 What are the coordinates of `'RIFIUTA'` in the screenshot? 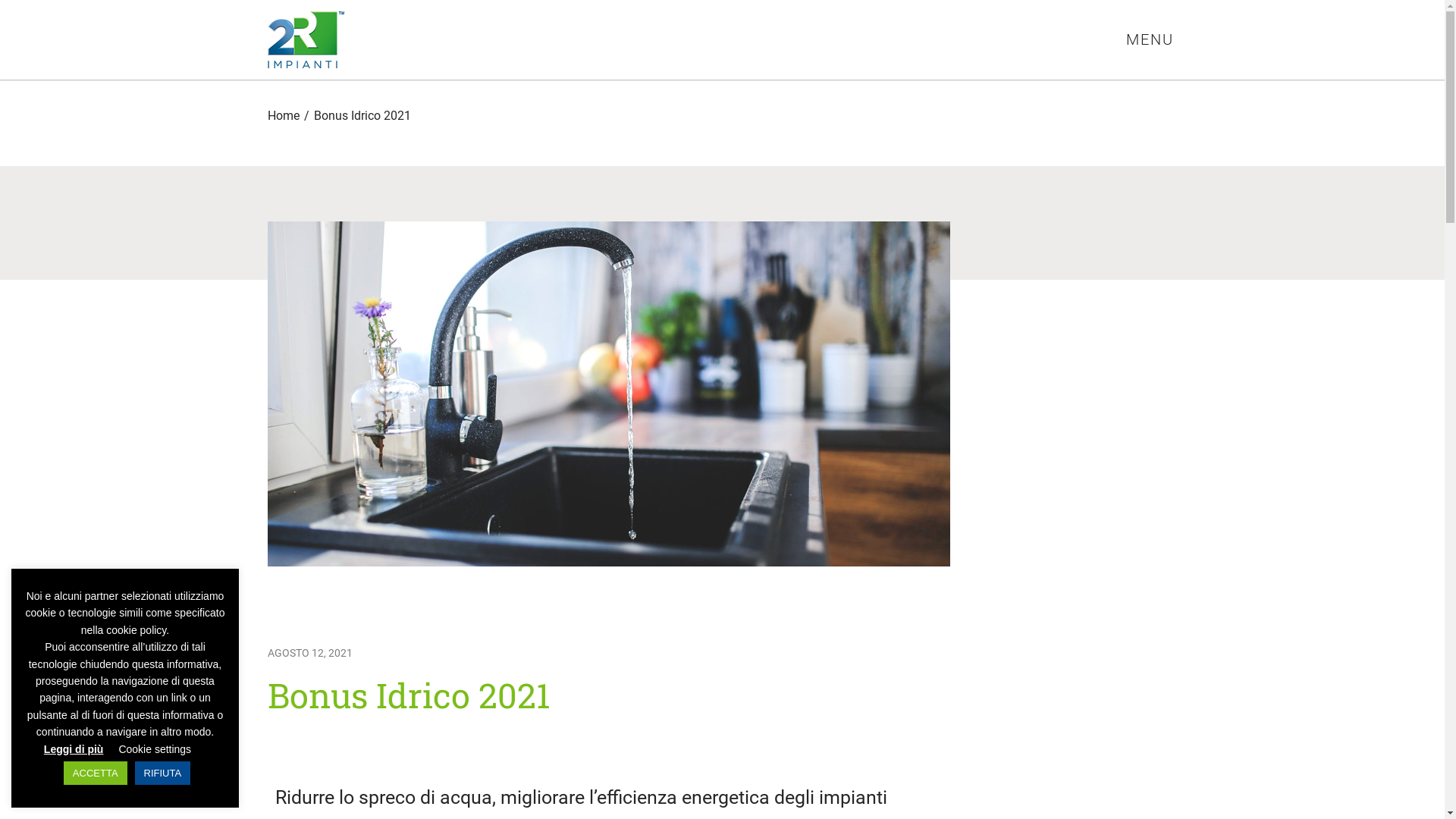 It's located at (134, 773).